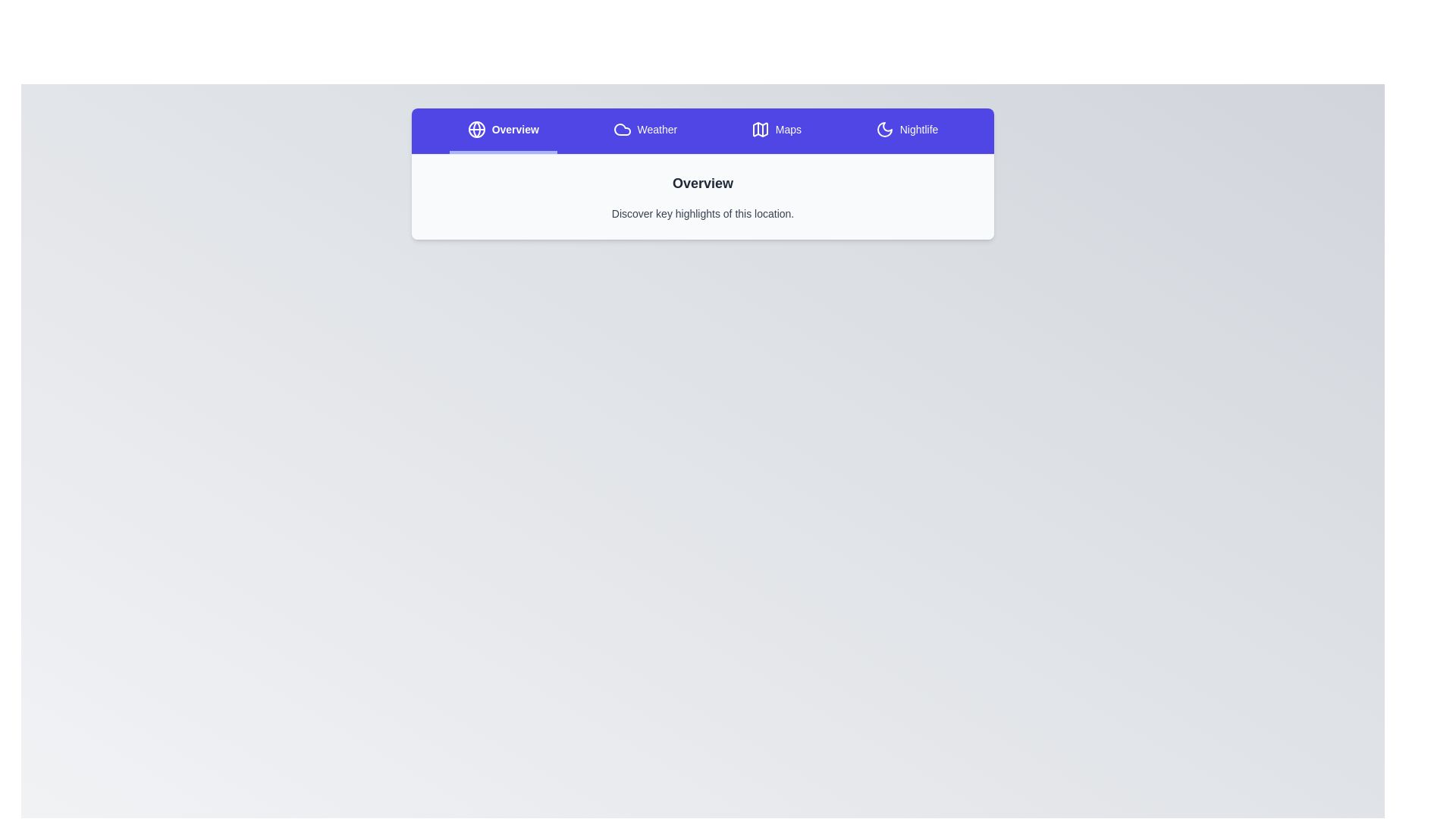 The height and width of the screenshot is (819, 1456). I want to click on the Maps tab, so click(776, 130).